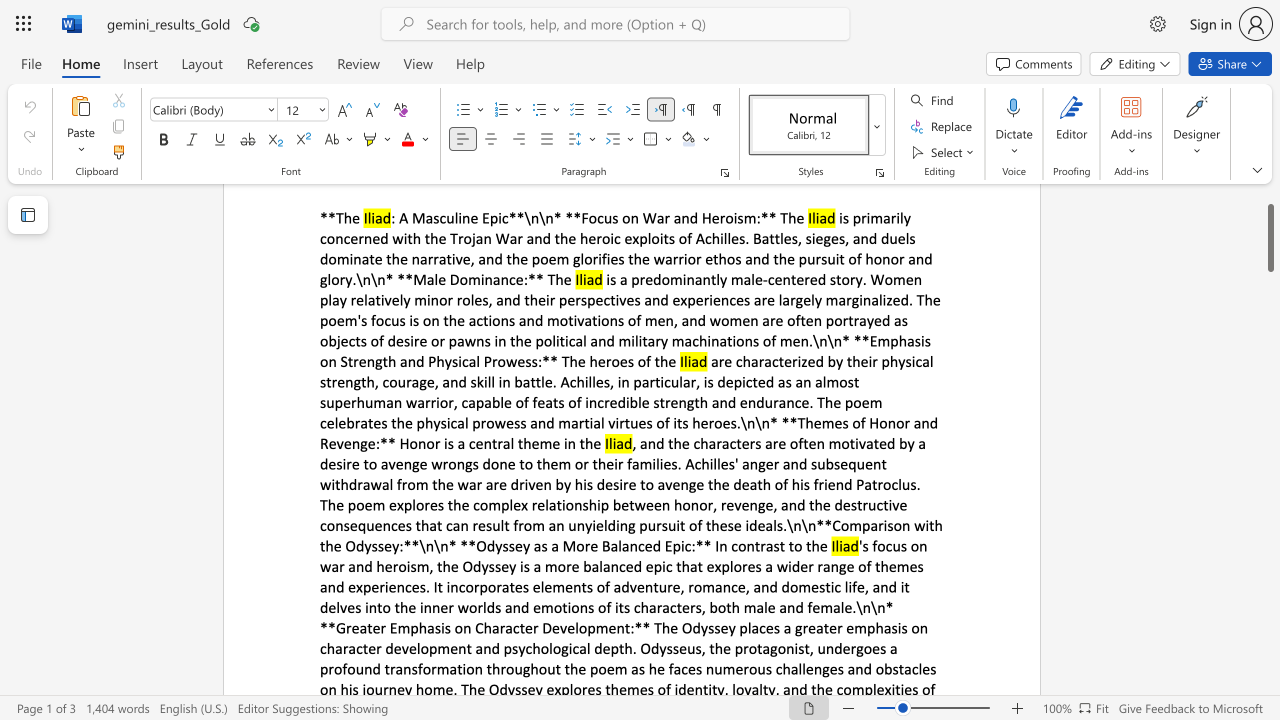  I want to click on the scrollbar and move up 30 pixels, so click(1269, 237).